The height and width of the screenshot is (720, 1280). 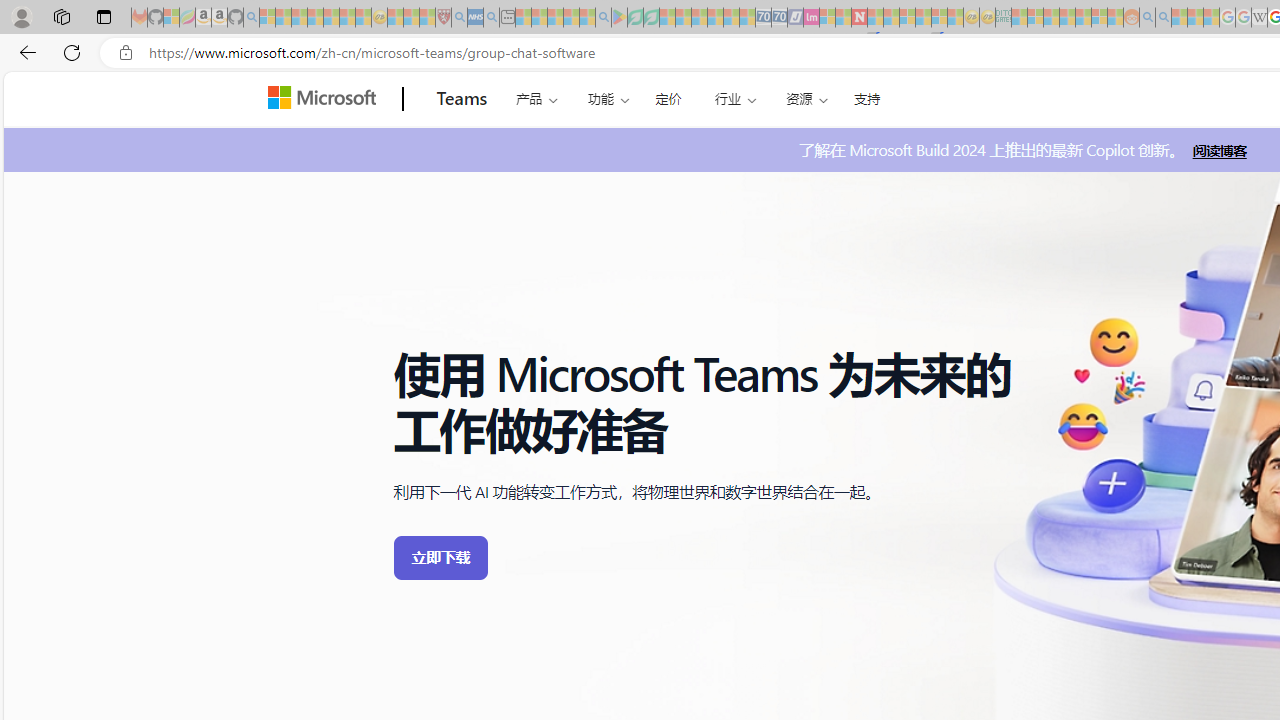 I want to click on 'Teams', so click(x=461, y=99).